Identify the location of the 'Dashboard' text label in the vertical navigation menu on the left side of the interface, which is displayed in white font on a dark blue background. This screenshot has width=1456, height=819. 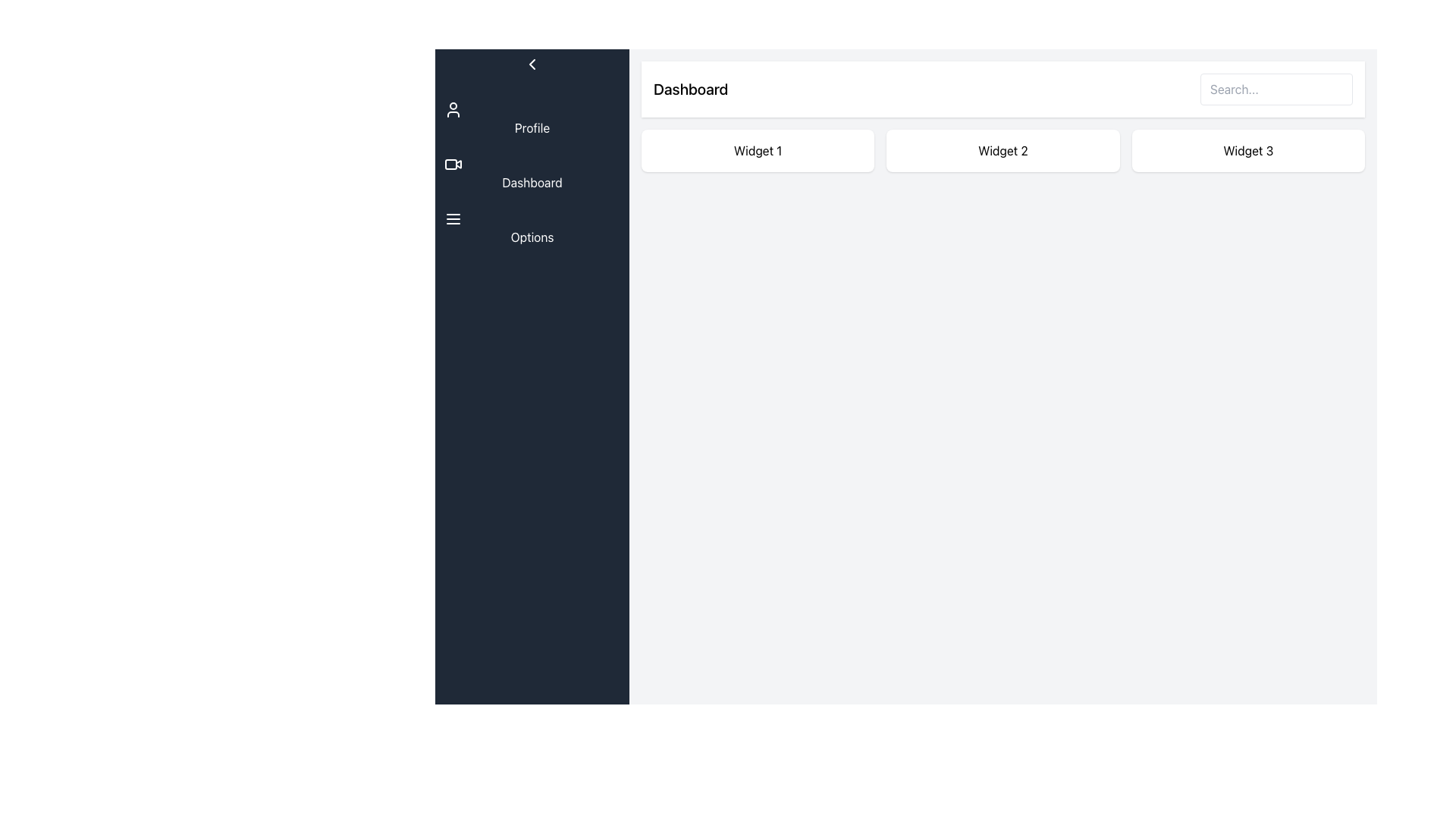
(532, 181).